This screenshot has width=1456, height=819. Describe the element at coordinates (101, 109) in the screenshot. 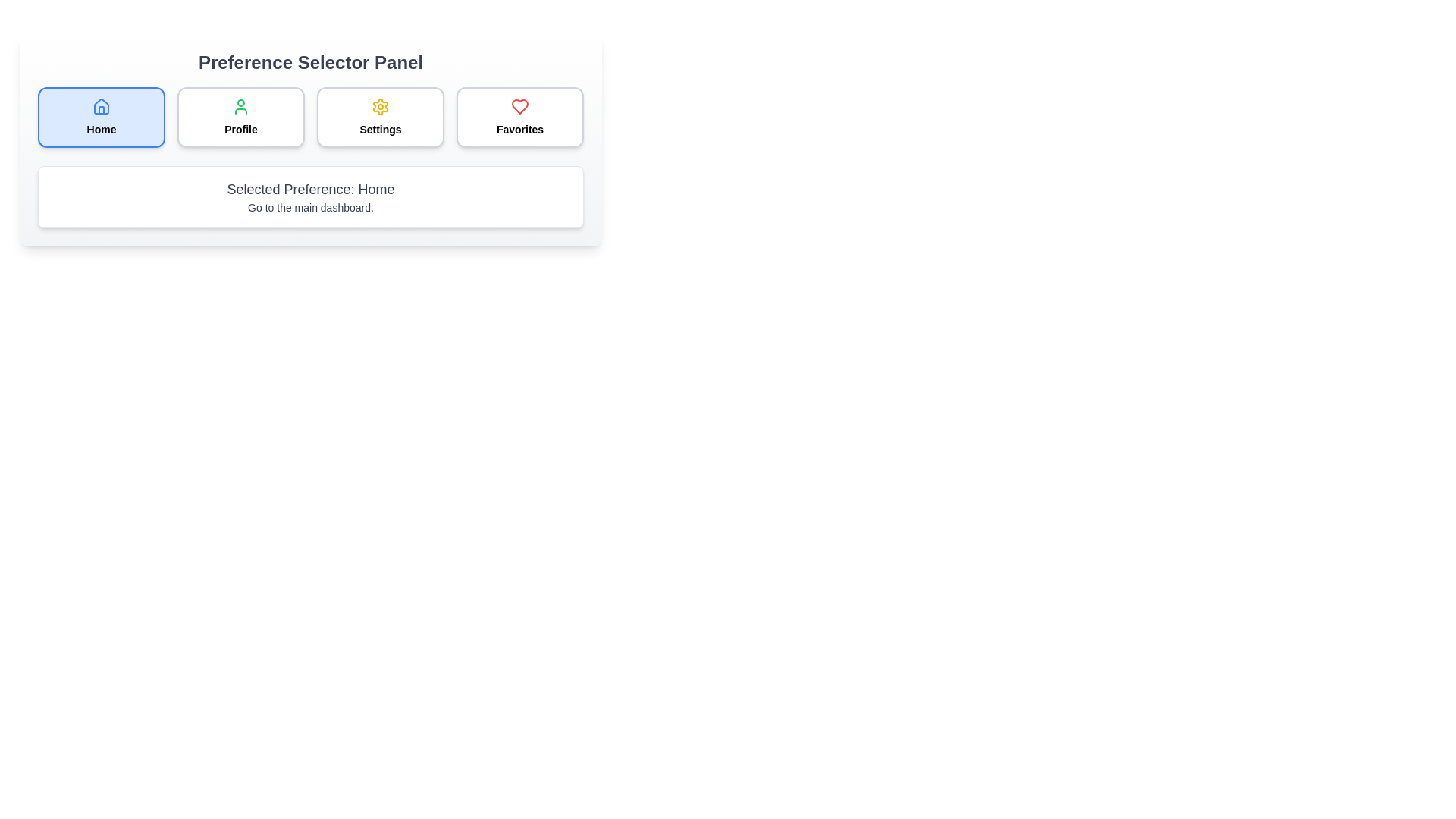

I see `the detailed structure of the house icon, which represents the 'Home' option in the panel, located in the lower middle part of the house's structure` at that location.